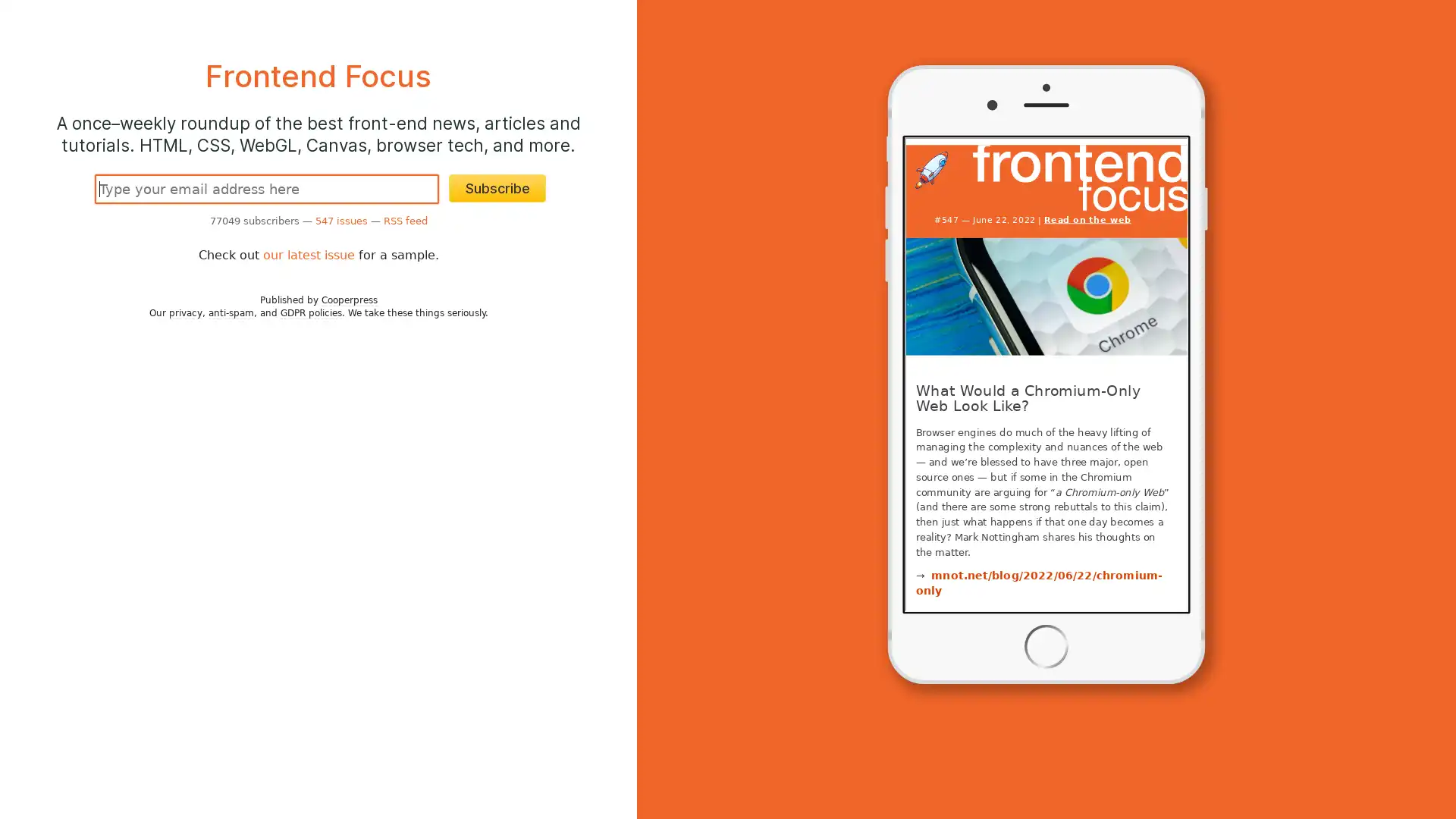  What do you see at coordinates (497, 187) in the screenshot?
I see `Subscribe` at bounding box center [497, 187].